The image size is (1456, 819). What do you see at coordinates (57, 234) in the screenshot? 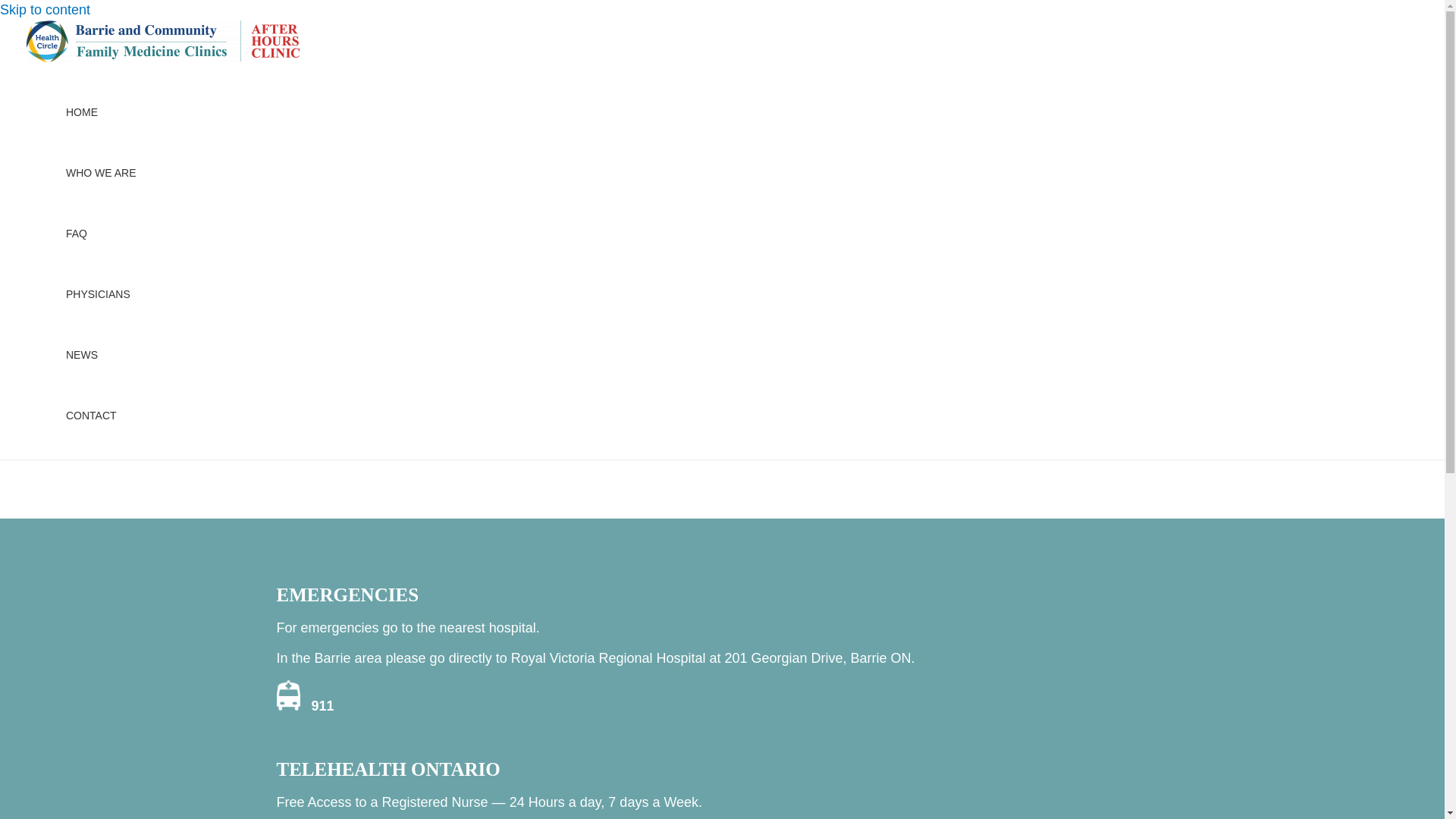
I see `'FAQ'` at bounding box center [57, 234].